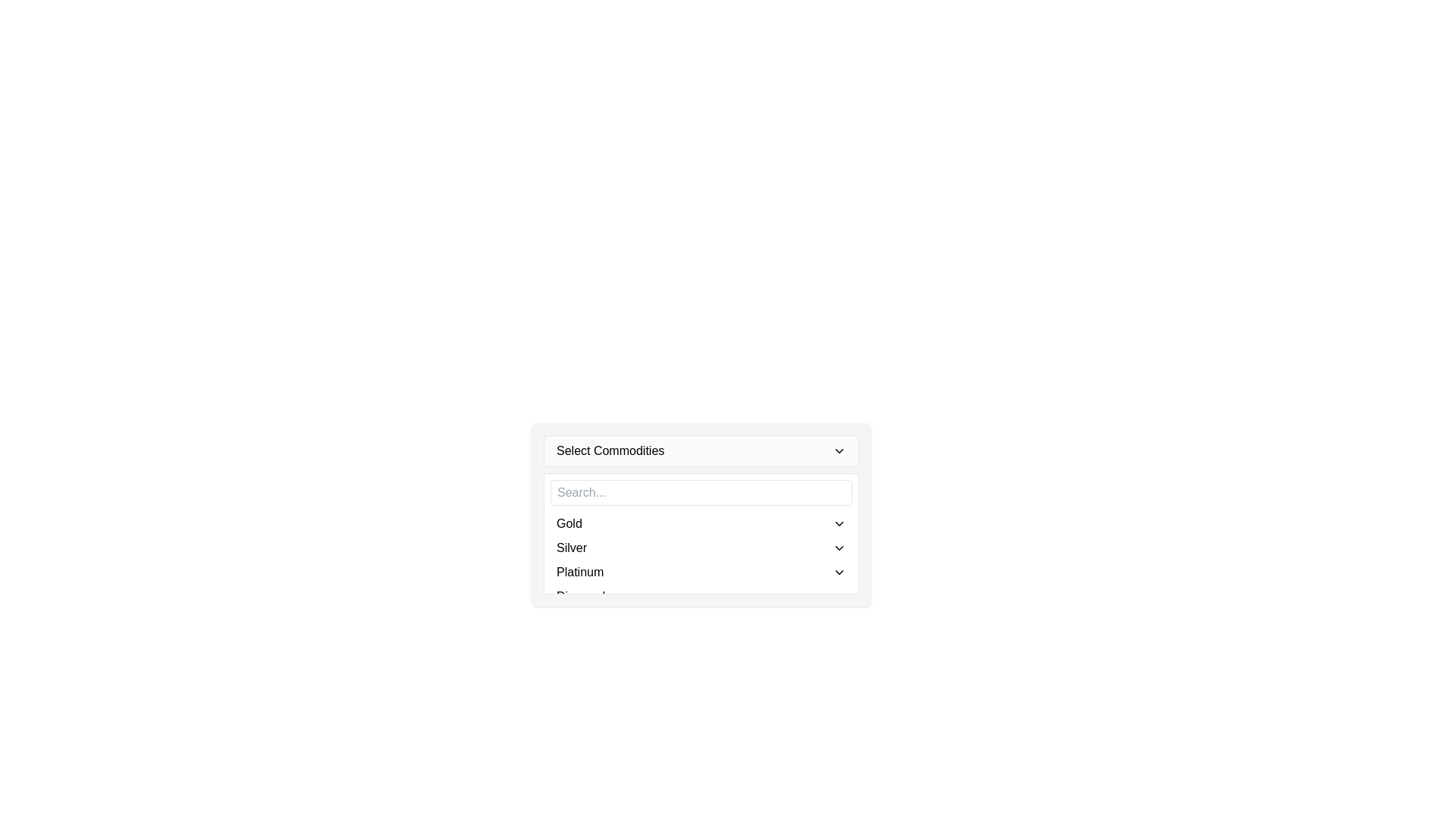 This screenshot has height=819, width=1456. Describe the element at coordinates (701, 595) in the screenshot. I see `the fourth list item in the dropdown menu labeled 'Diamond'` at that location.